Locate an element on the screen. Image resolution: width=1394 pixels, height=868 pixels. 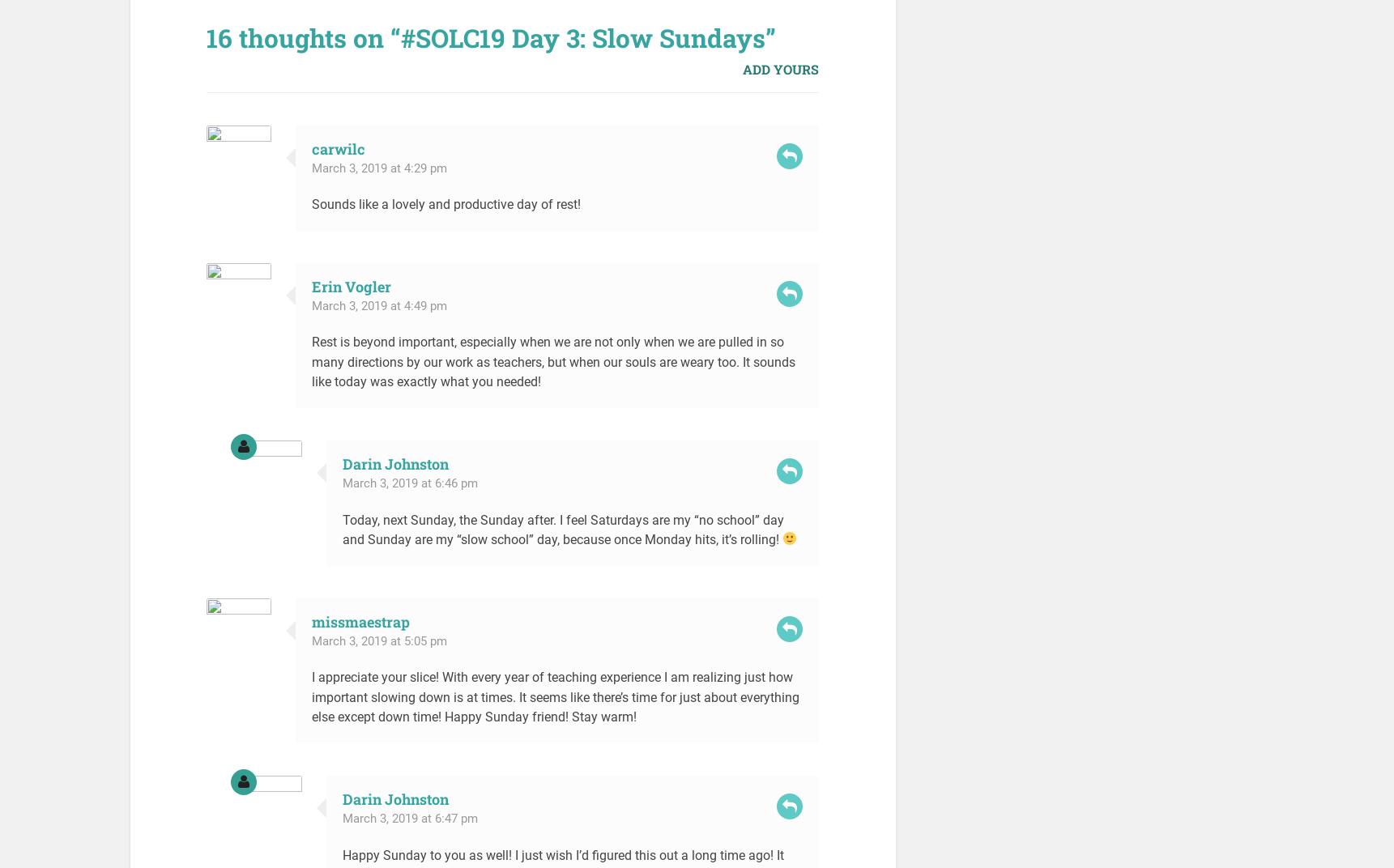
'Rest is beyond important, especially when we are not only when we are pulled in so many directions by our work as teachers, but when our souls are weary too. It sounds like today was exactly what you needed!' is located at coordinates (552, 360).